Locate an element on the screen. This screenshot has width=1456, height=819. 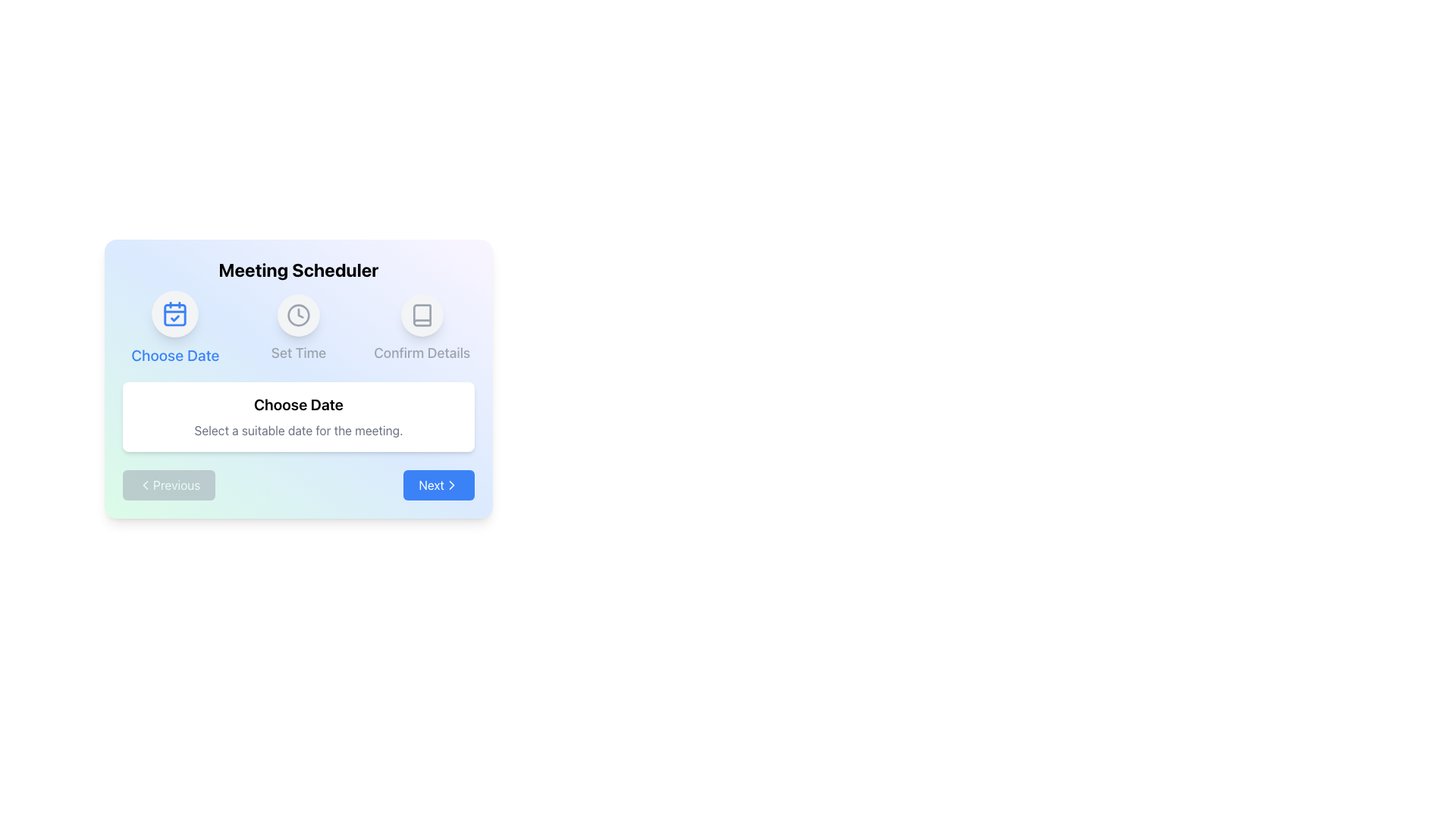
the icon located at the far-right side of the 'Next' button at the bottom-right corner of the interface to indicate navigation forward is located at coordinates (450, 485).